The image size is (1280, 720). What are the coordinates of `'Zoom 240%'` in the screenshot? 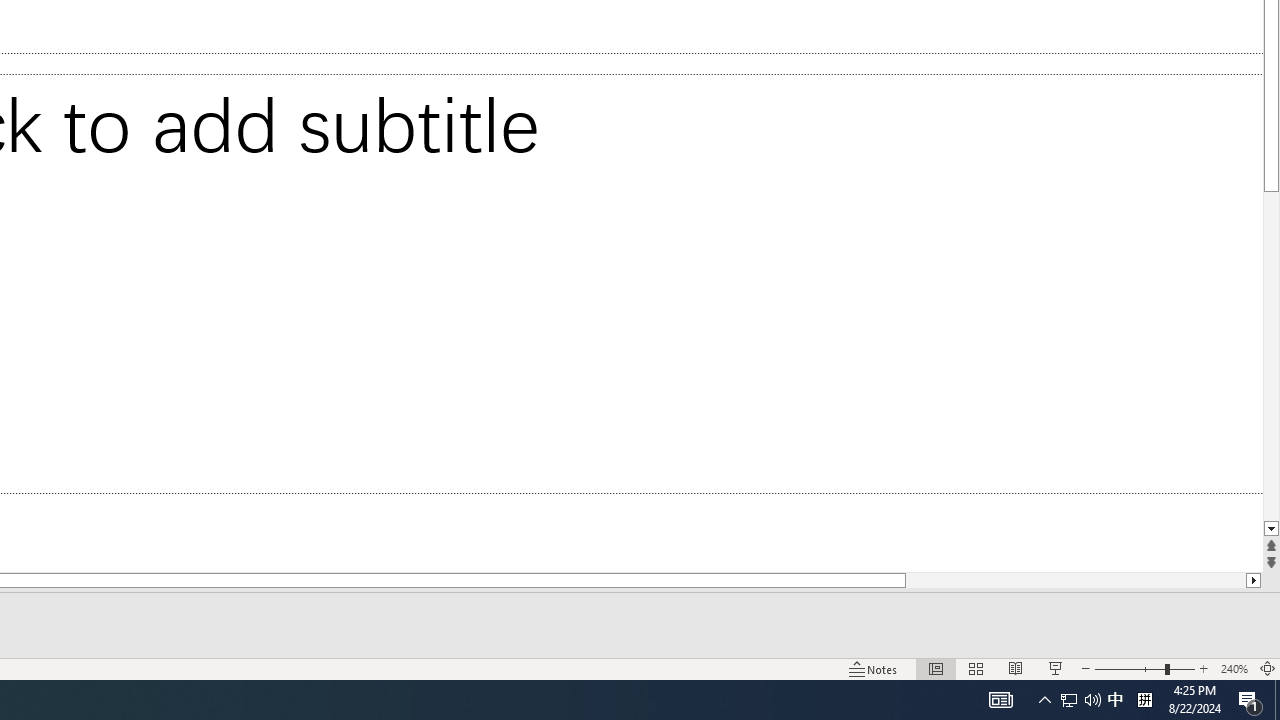 It's located at (1233, 669).